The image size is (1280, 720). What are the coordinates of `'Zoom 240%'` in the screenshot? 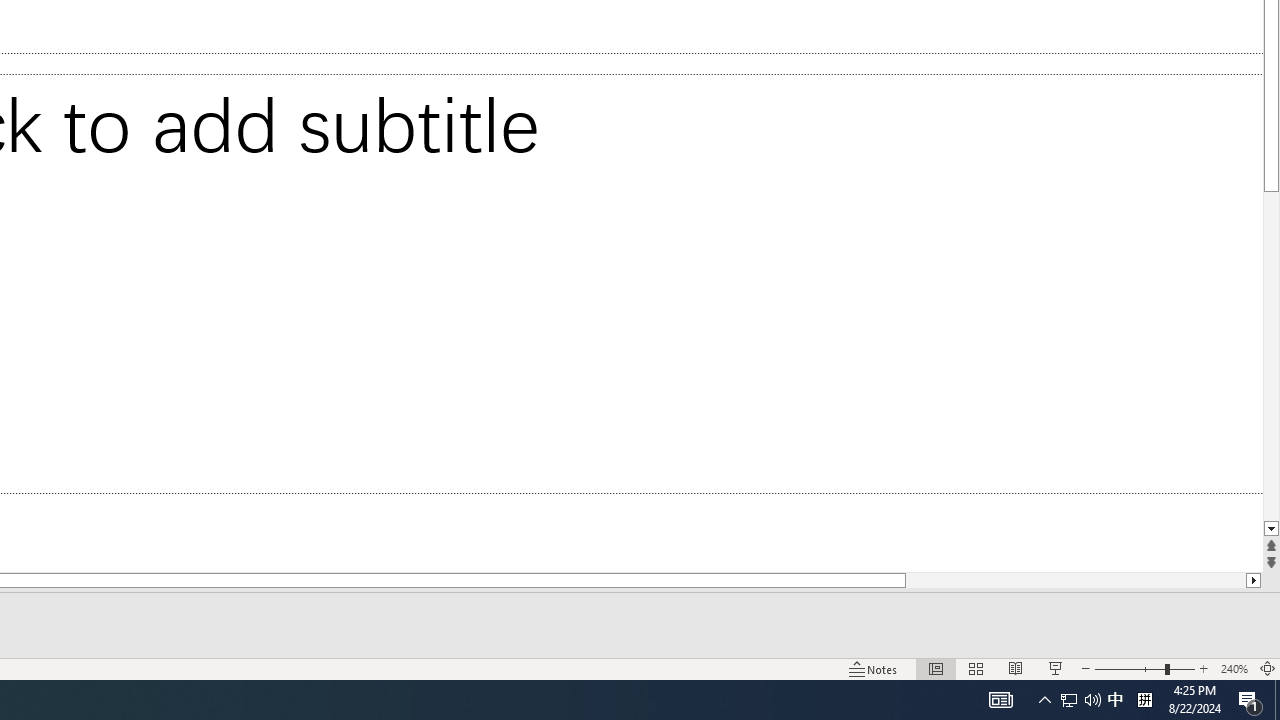 It's located at (1233, 669).